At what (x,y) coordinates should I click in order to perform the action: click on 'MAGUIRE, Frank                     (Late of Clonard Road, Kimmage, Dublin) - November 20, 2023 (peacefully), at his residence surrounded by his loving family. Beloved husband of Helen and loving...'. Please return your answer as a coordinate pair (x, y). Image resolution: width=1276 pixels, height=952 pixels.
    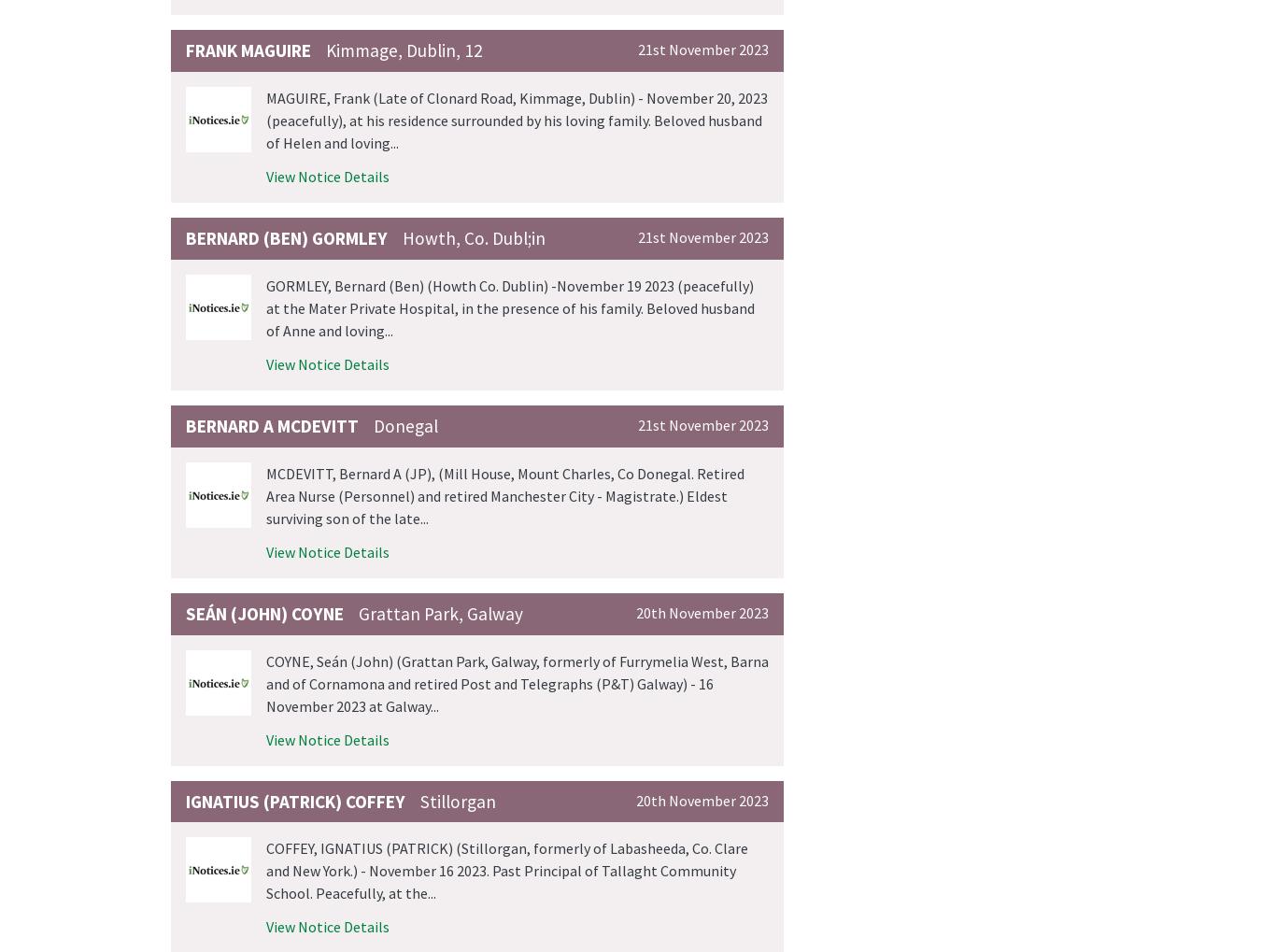
    Looking at the image, I should click on (517, 120).